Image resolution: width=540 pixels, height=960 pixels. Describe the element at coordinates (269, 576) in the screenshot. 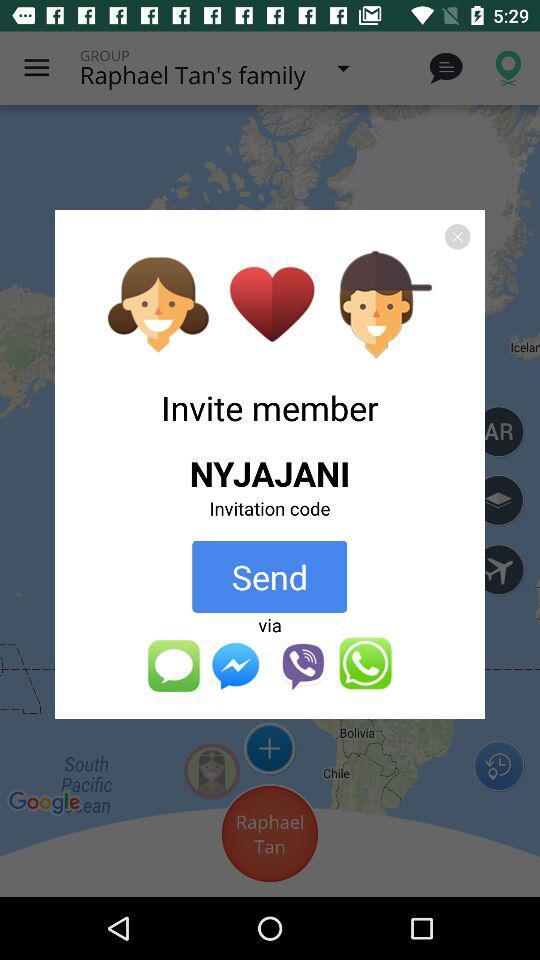

I see `app above the via app` at that location.